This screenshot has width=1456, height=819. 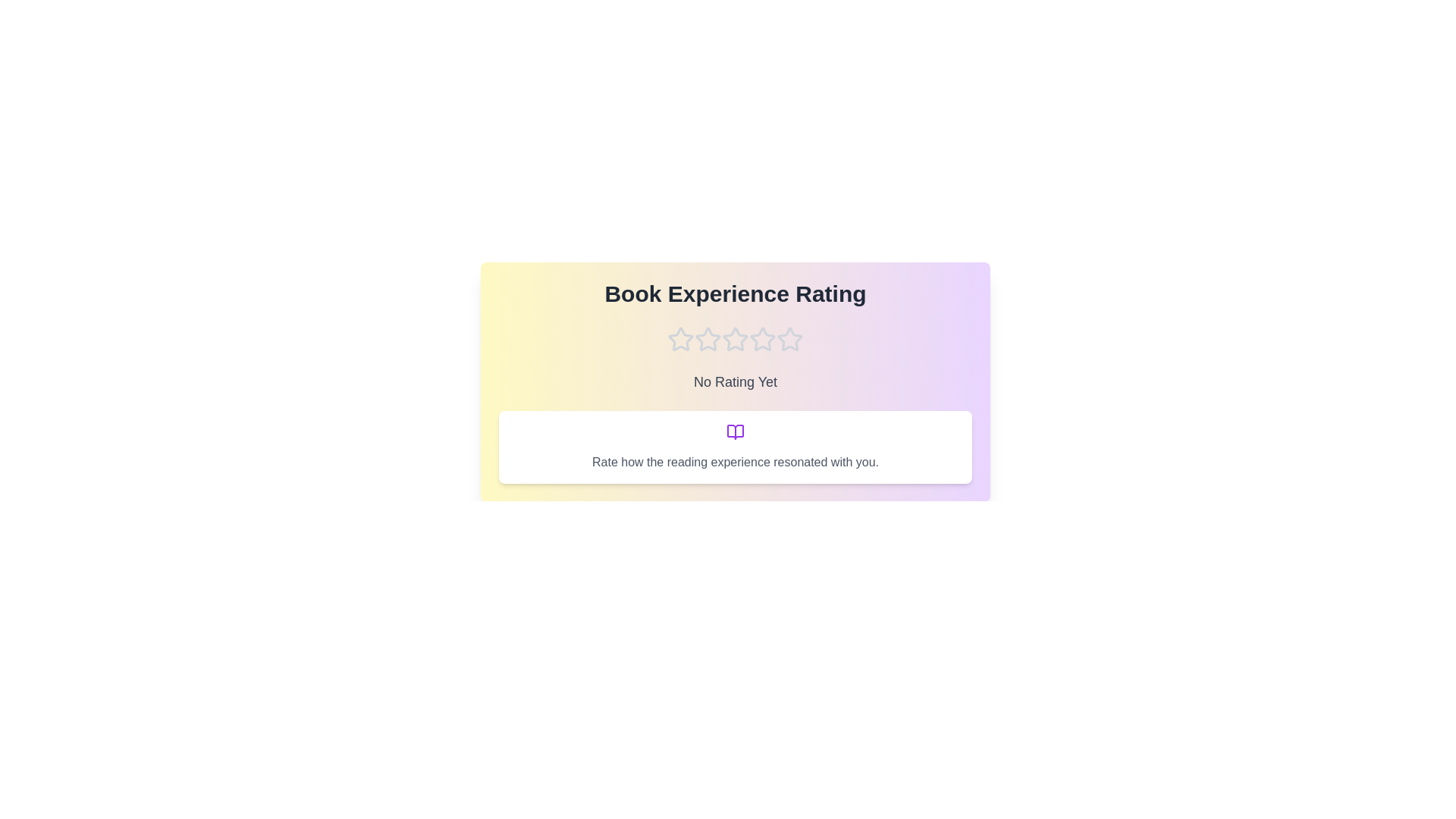 I want to click on the star corresponding to 4 stars to preview the rating description, so click(x=763, y=338).